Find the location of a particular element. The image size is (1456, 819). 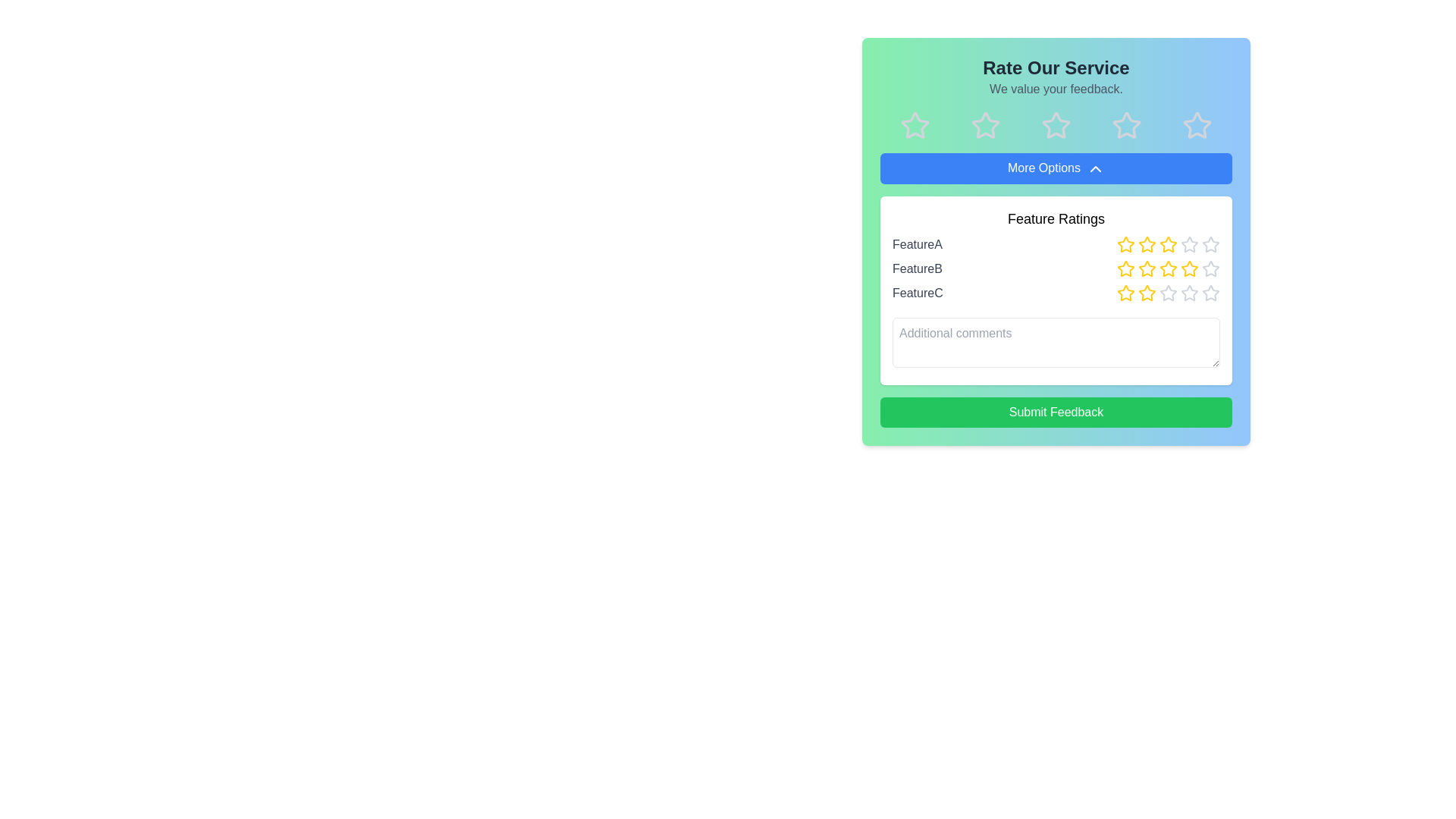

the fifth star icon in the second row of rating stars for 'FeatureB' in the 'Feature Ratings' section to provide a rating is located at coordinates (1210, 268).